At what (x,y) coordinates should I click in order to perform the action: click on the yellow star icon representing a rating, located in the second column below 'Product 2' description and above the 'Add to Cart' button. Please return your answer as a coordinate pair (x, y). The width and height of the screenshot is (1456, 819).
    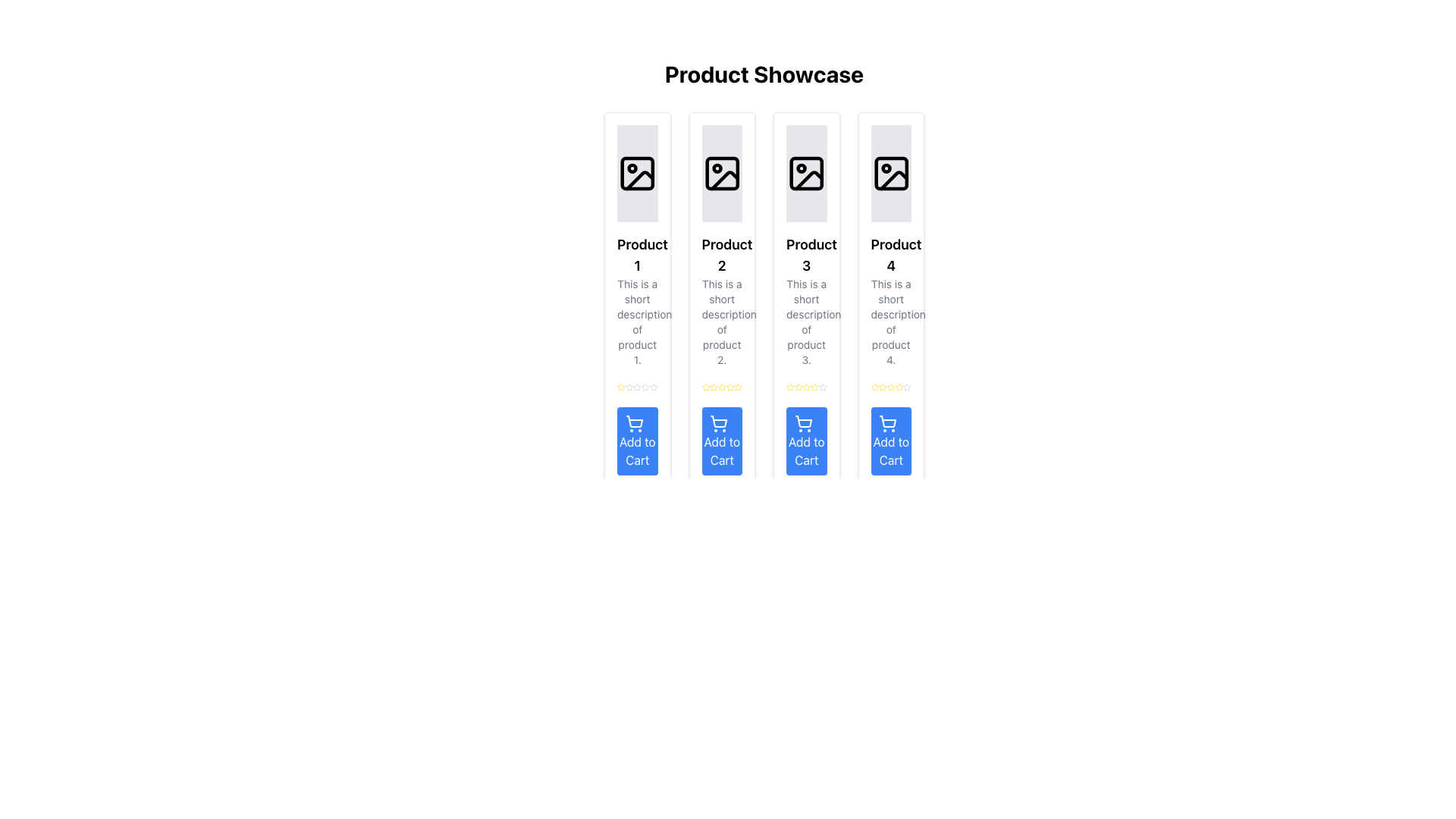
    Looking at the image, I should click on (738, 386).